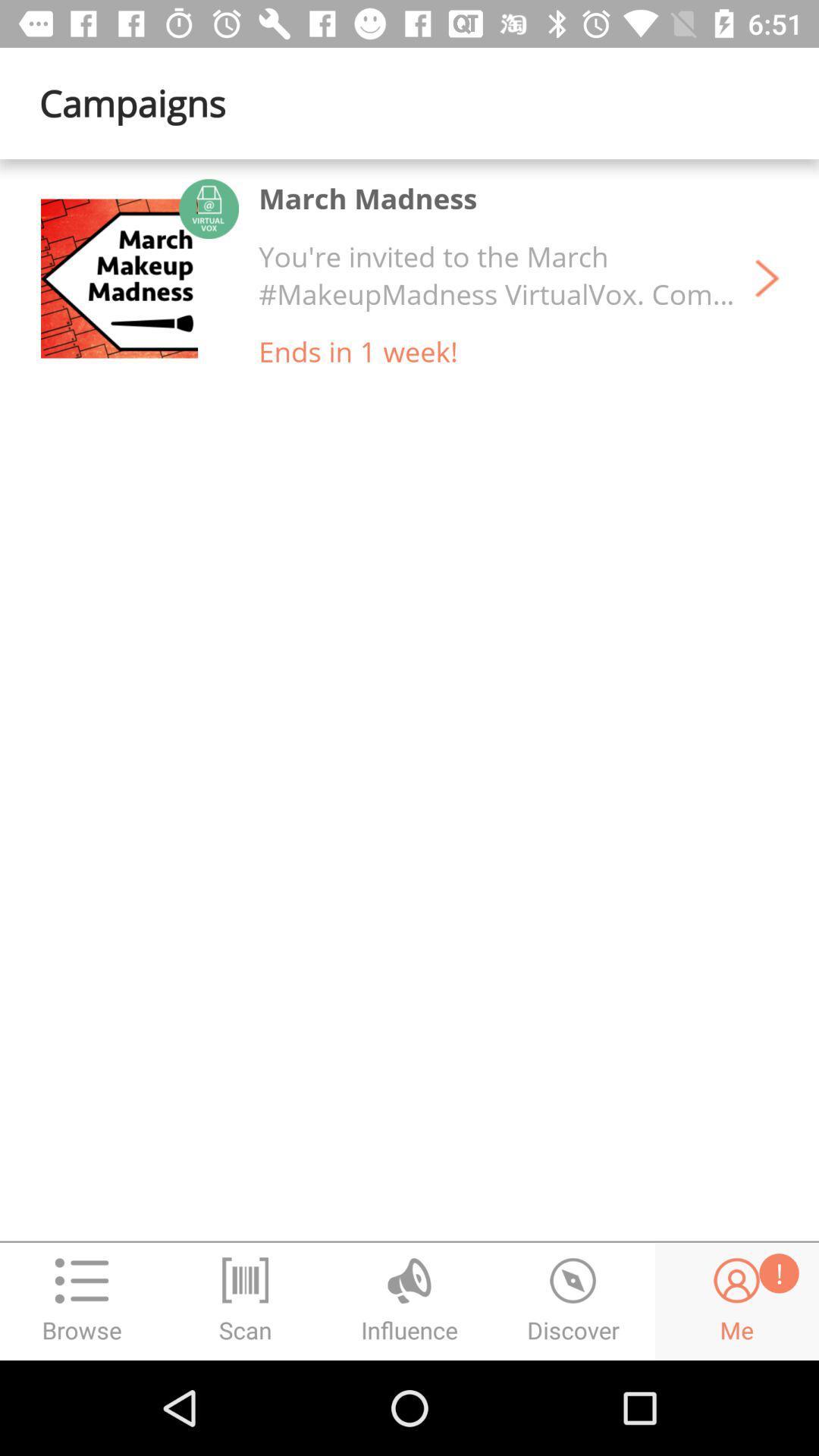  Describe the element at coordinates (767, 278) in the screenshot. I see `item to the right of the you re invited icon` at that location.